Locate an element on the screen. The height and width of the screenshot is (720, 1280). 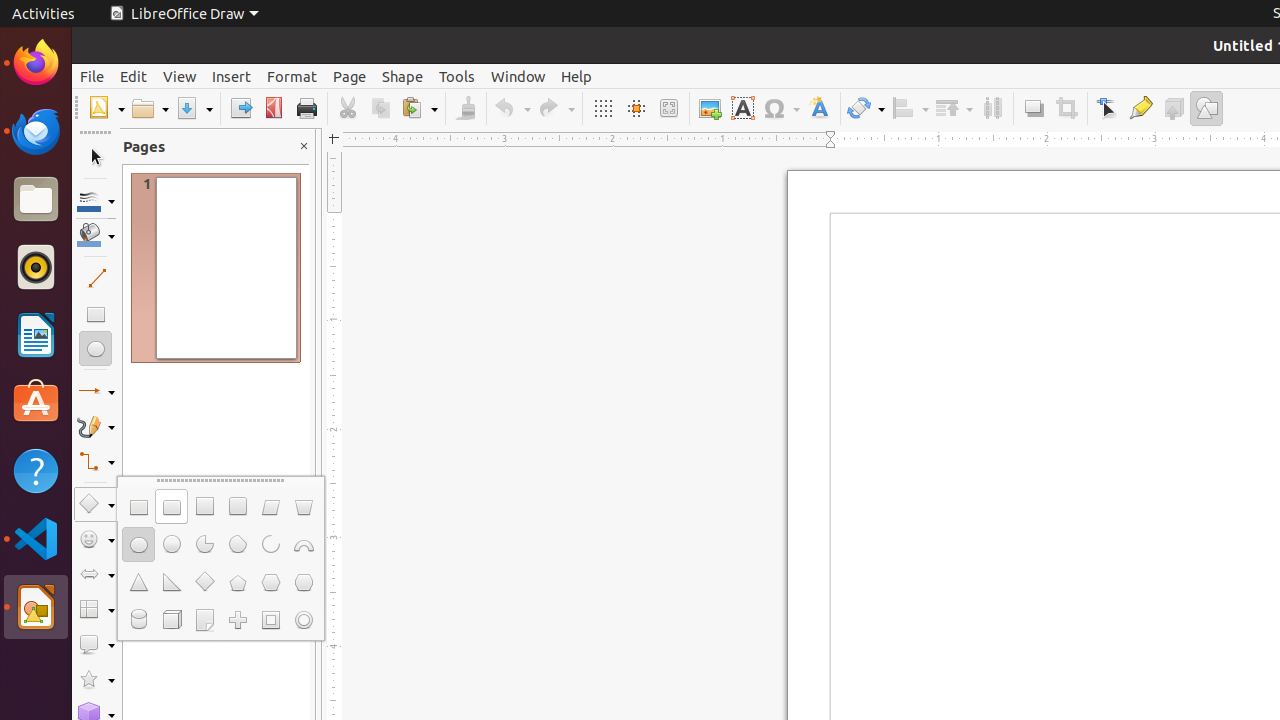
'Page' is located at coordinates (349, 75).